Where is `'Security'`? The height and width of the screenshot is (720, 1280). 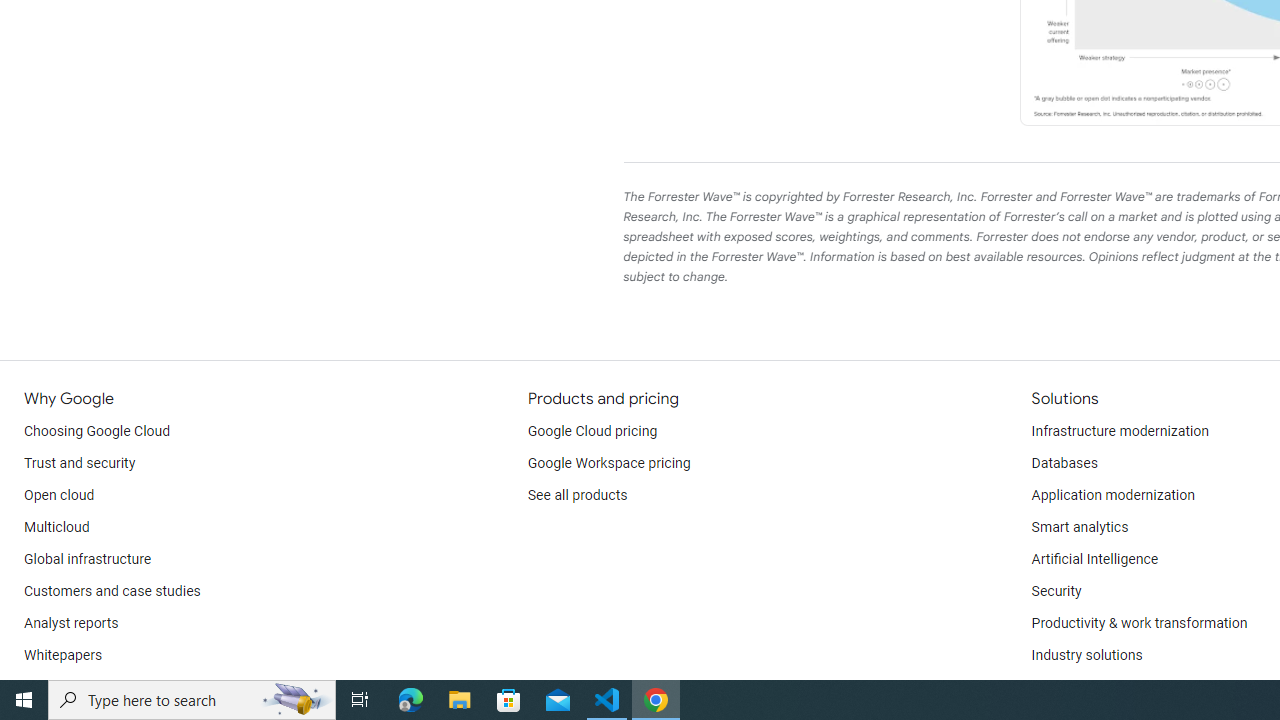
'Security' is located at coordinates (1055, 590).